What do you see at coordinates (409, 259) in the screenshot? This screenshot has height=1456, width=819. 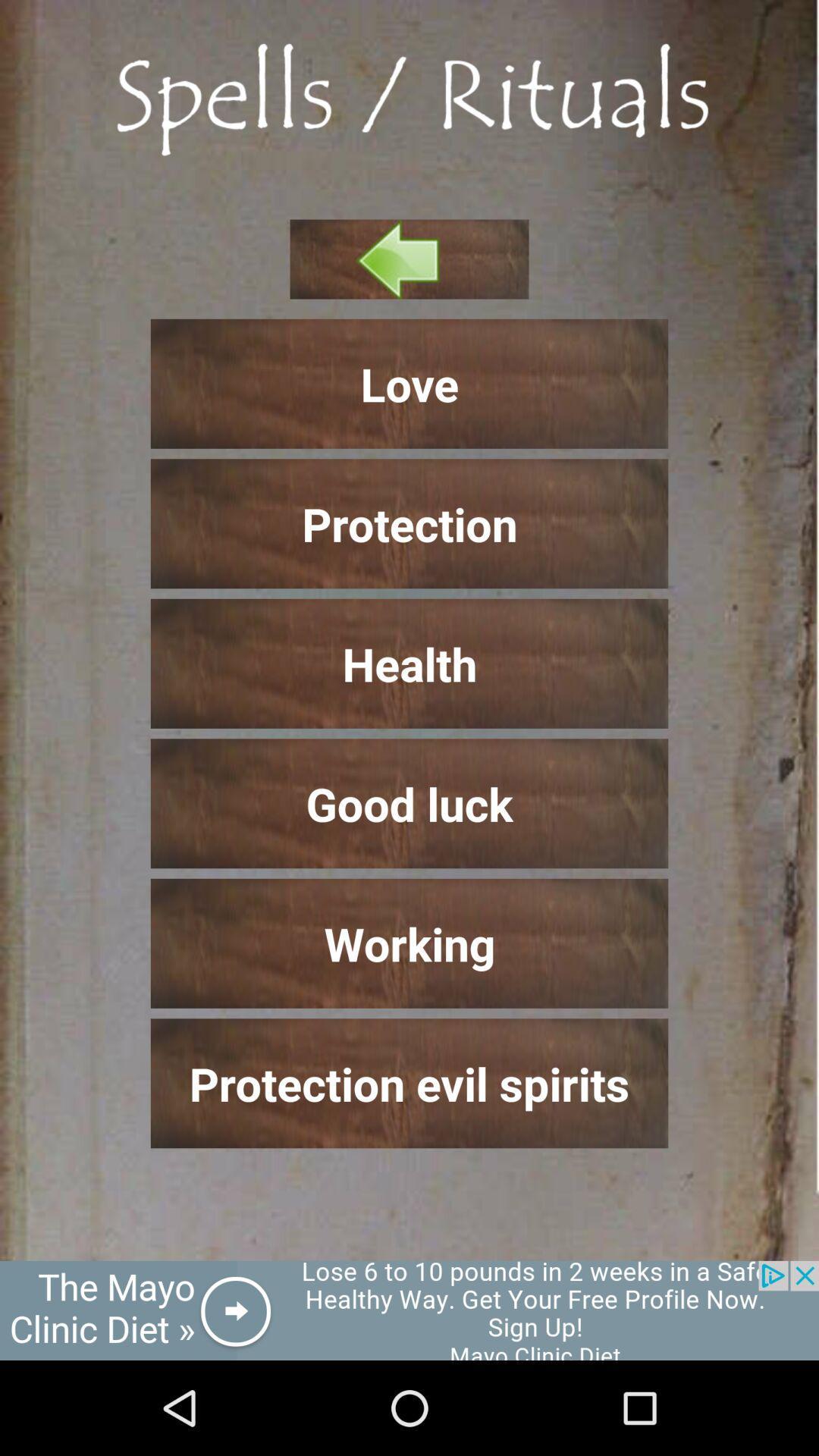 I see `previous page` at bounding box center [409, 259].